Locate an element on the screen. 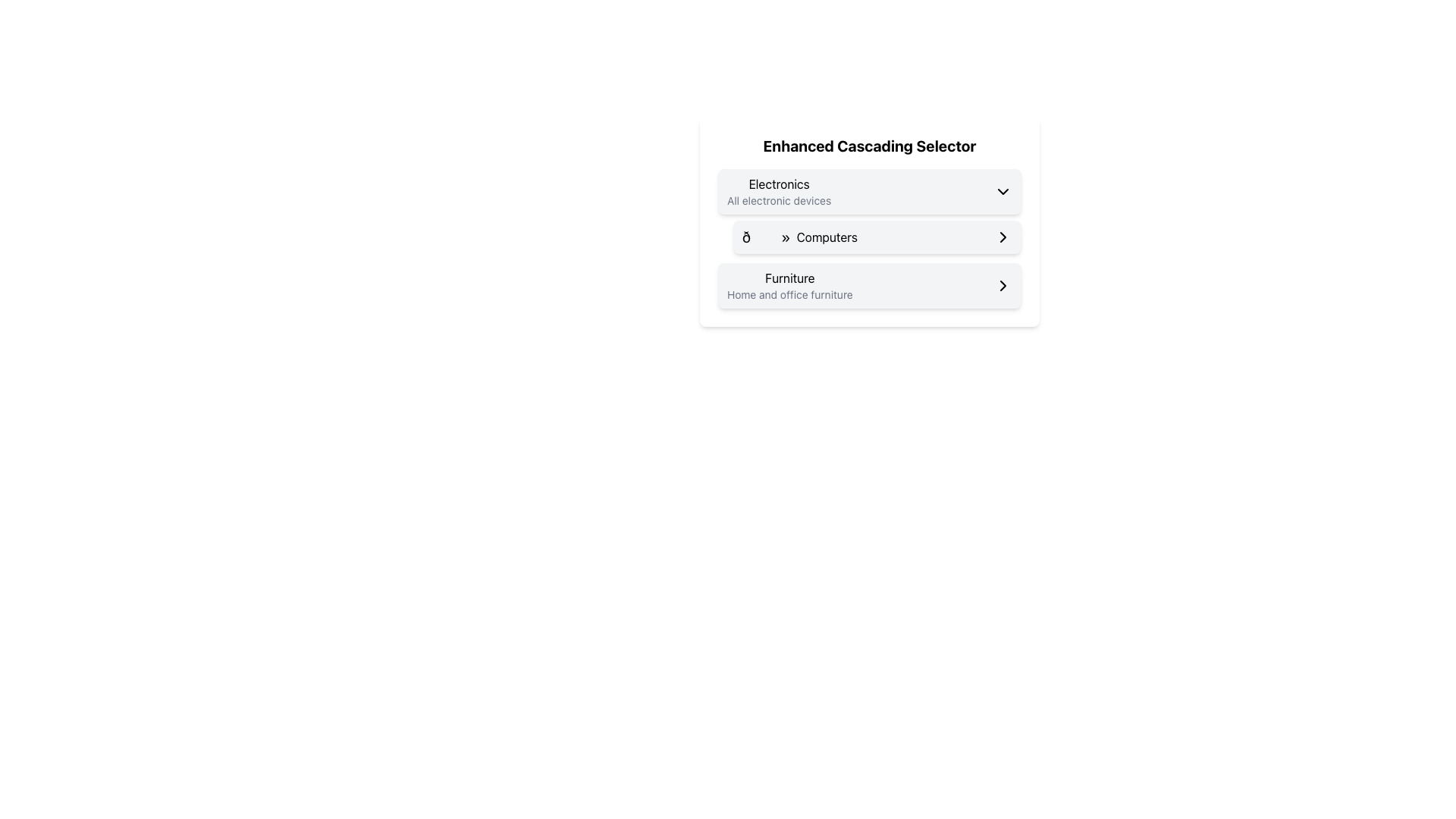  the right-facing chevron icon located to the right of the 'Computers' text is located at coordinates (1003, 237).